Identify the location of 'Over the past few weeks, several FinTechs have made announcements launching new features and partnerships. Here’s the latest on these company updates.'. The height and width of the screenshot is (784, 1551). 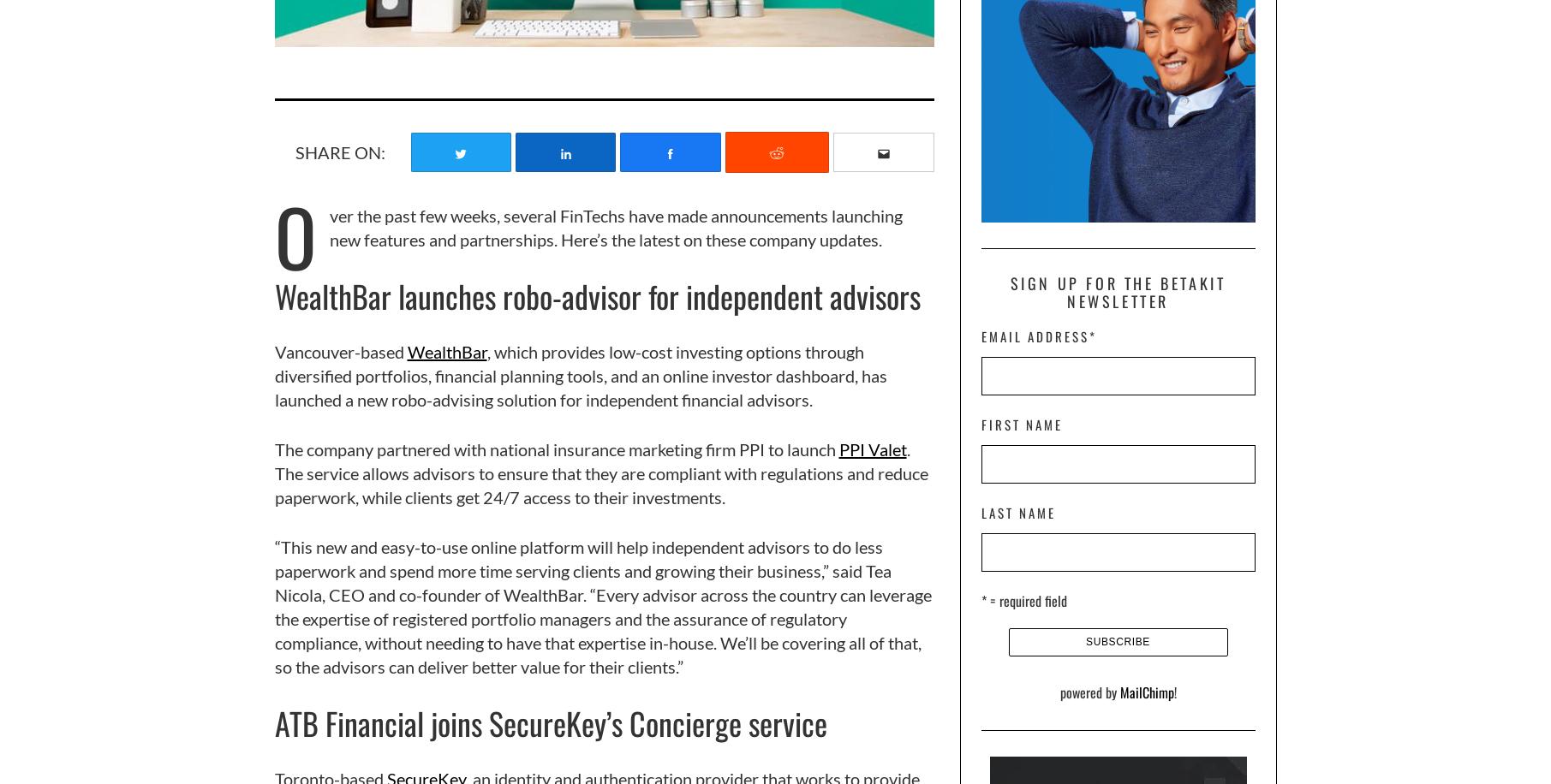
(588, 235).